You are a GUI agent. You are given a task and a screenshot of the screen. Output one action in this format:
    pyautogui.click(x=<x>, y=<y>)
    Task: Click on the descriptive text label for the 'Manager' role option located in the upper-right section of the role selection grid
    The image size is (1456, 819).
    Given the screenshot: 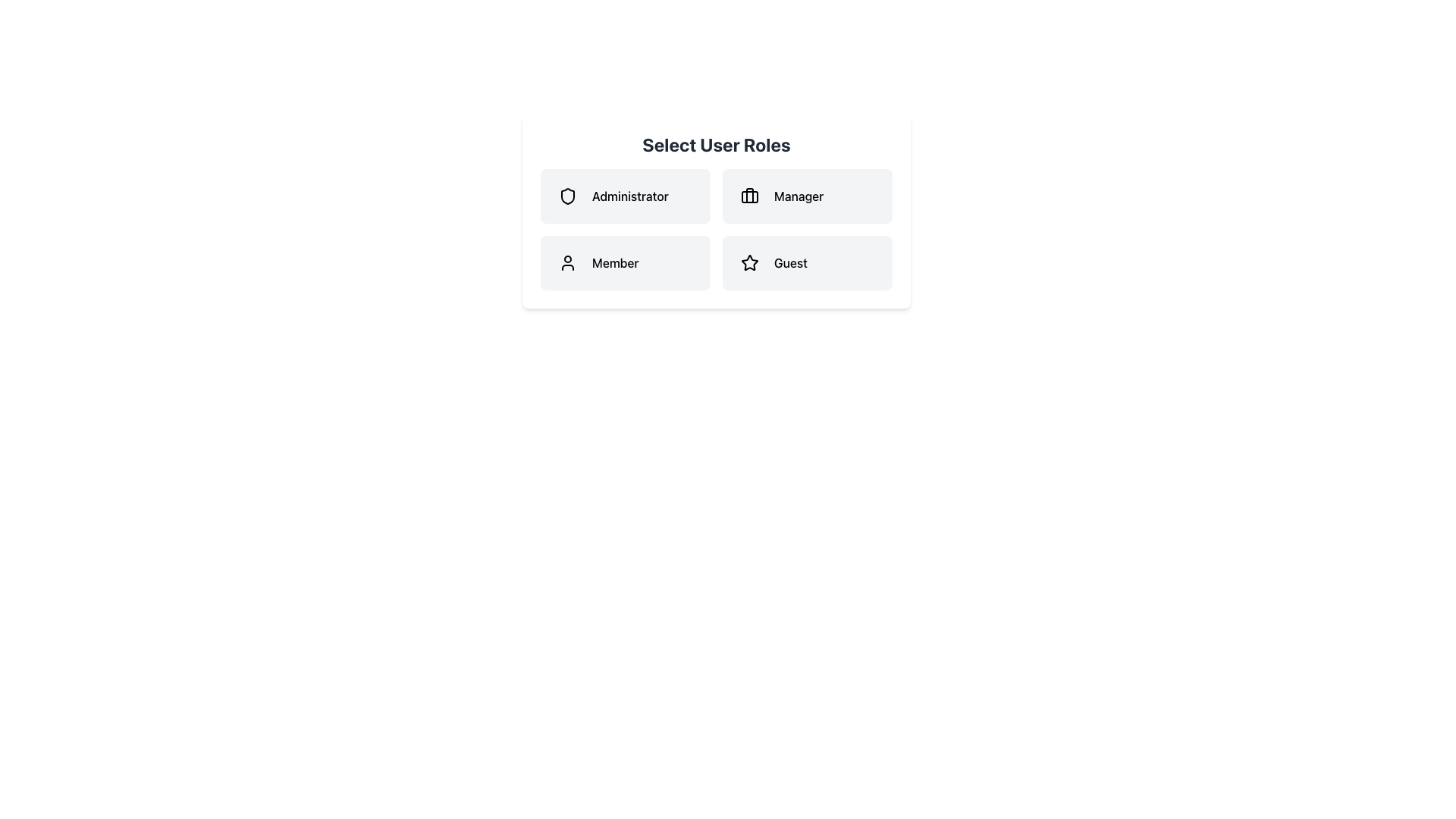 What is the action you would take?
    pyautogui.click(x=798, y=195)
    